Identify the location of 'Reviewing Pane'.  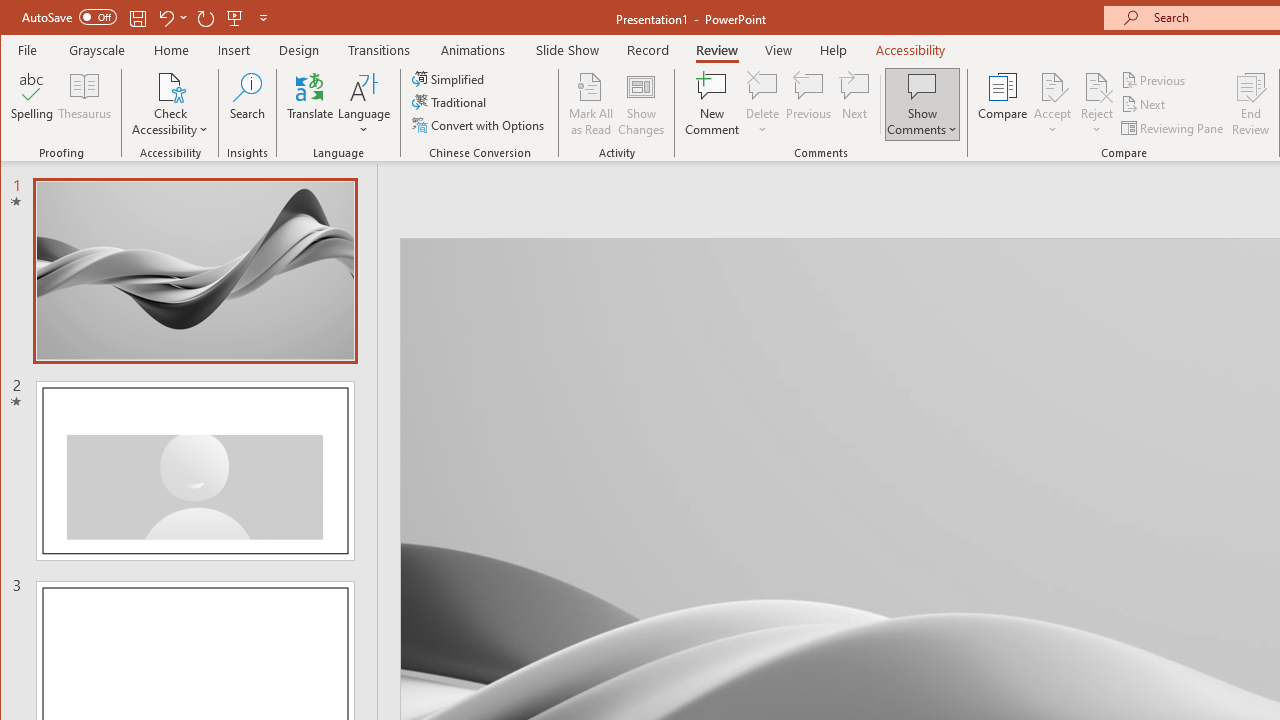
(1173, 128).